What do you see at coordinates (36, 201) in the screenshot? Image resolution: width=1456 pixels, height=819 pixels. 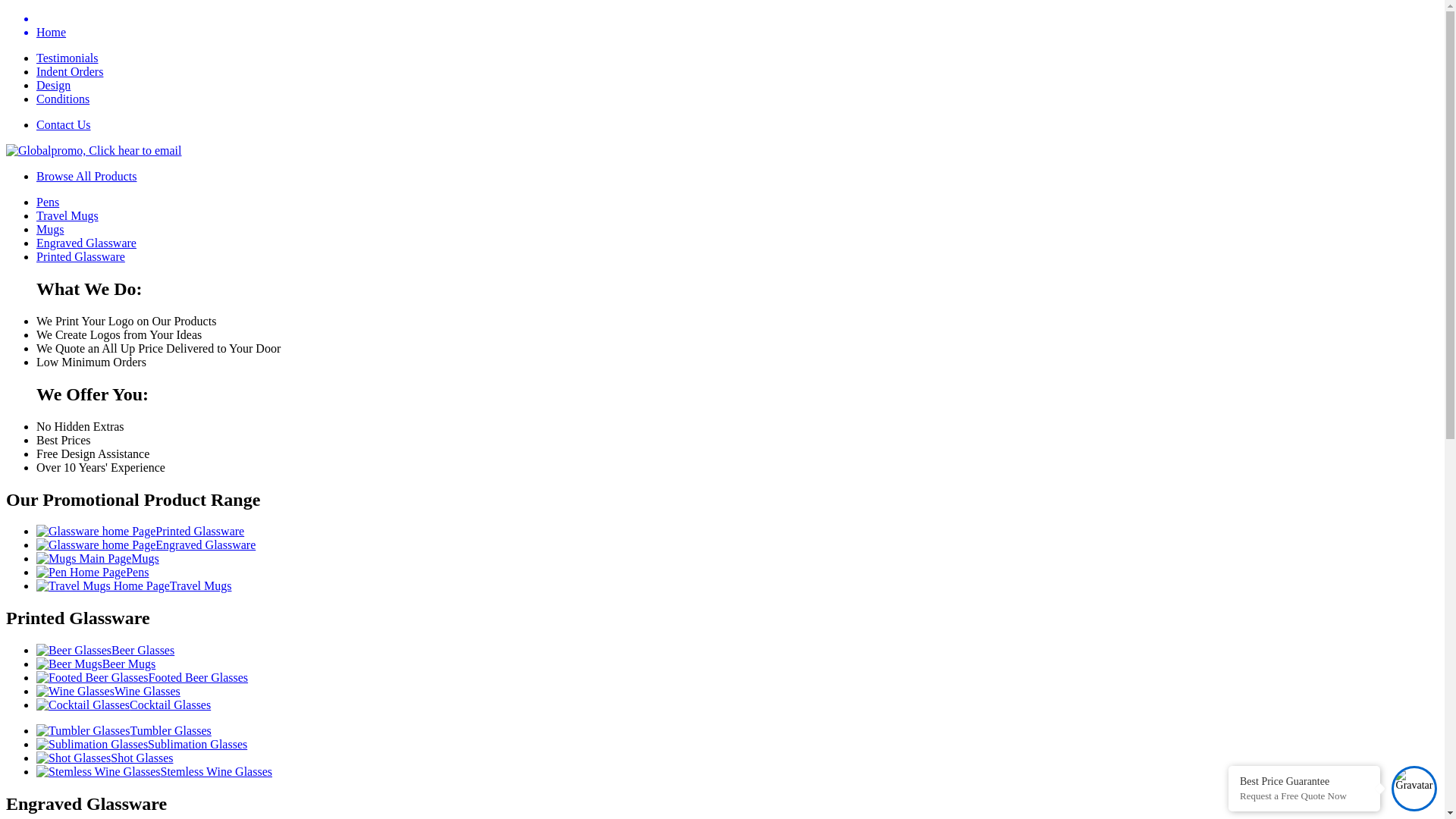 I see `'Pens'` at bounding box center [36, 201].